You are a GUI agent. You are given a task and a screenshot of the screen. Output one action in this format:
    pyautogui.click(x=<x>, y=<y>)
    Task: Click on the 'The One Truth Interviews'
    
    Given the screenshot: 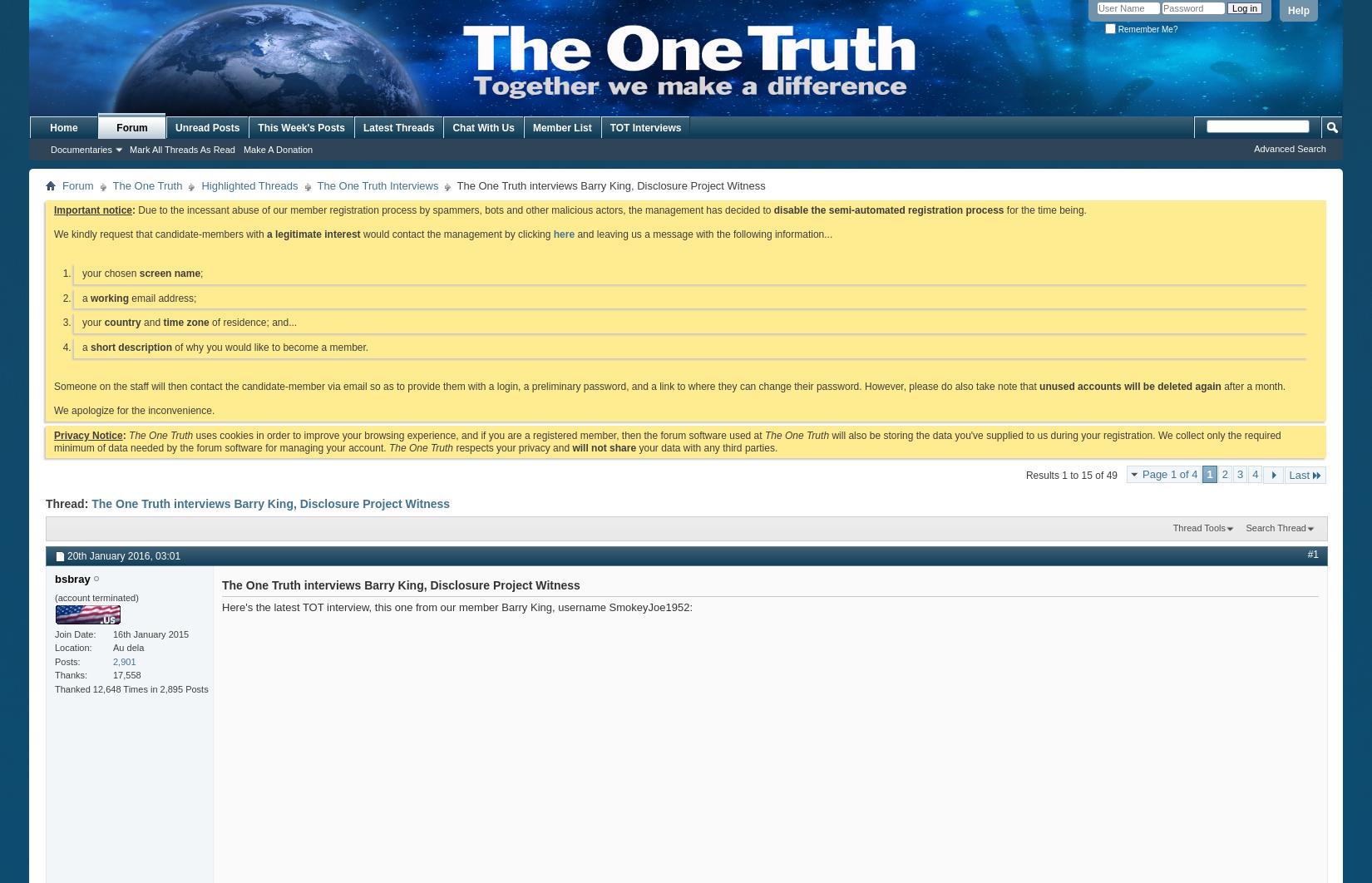 What is the action you would take?
    pyautogui.click(x=377, y=185)
    